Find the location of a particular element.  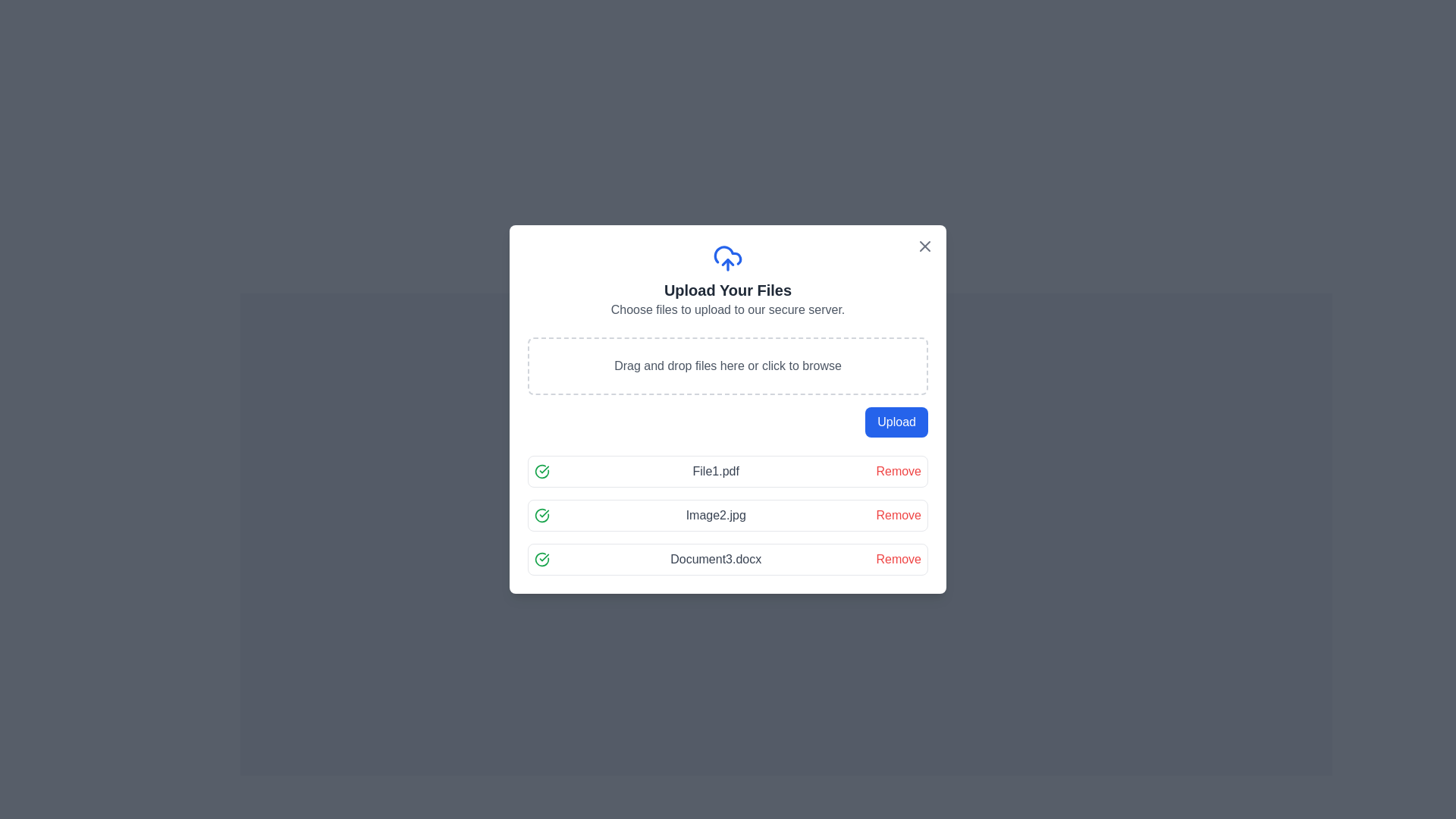

the confirm button for initiating the upload process is located at coordinates (896, 422).